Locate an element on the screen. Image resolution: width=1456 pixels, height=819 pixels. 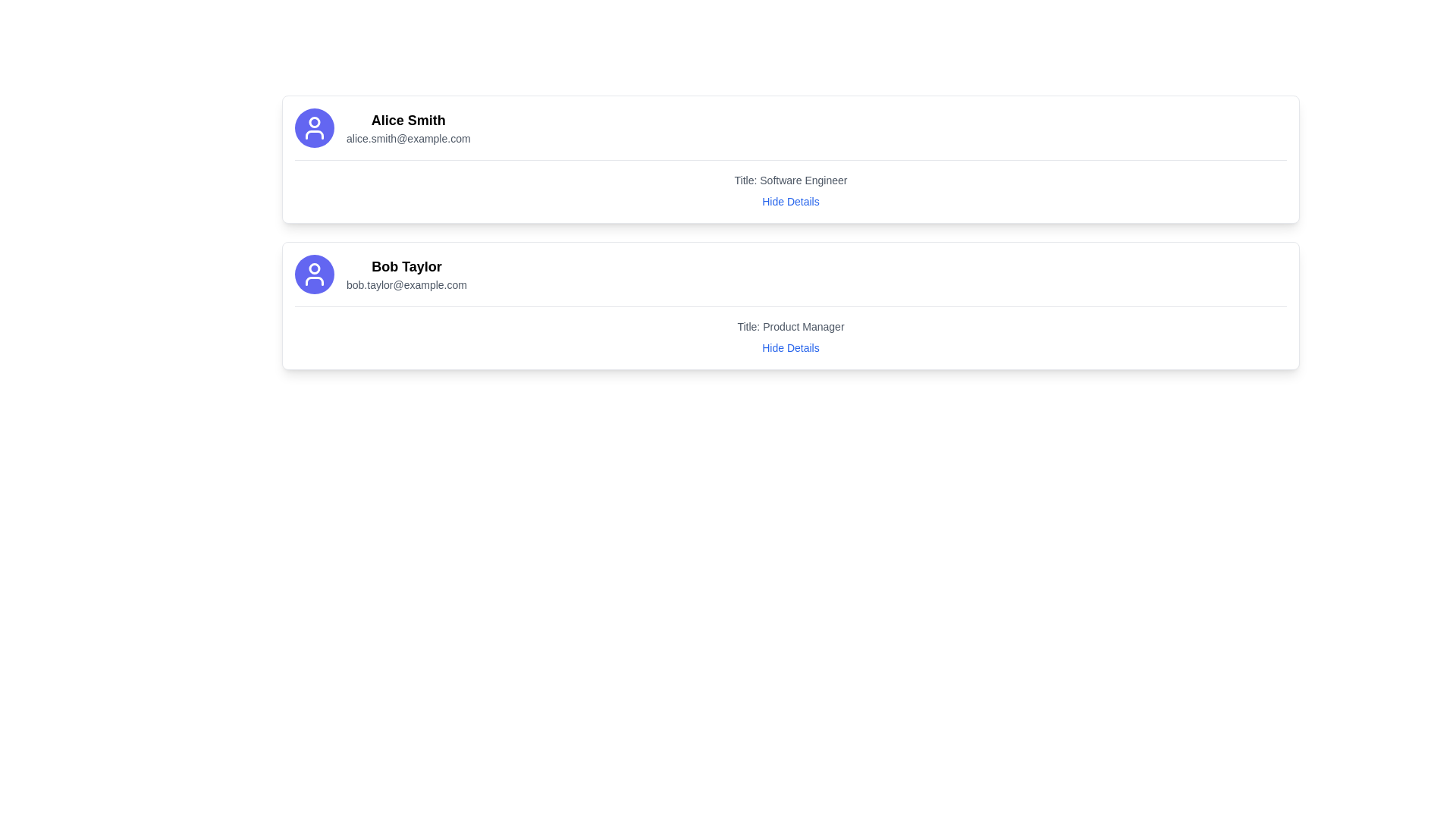
the 'Hide Details' link under the user information for 'Bob Taylor' in the second card, which displays 'Title: Product Manager' in gray and the actionable link in blue is located at coordinates (789, 330).